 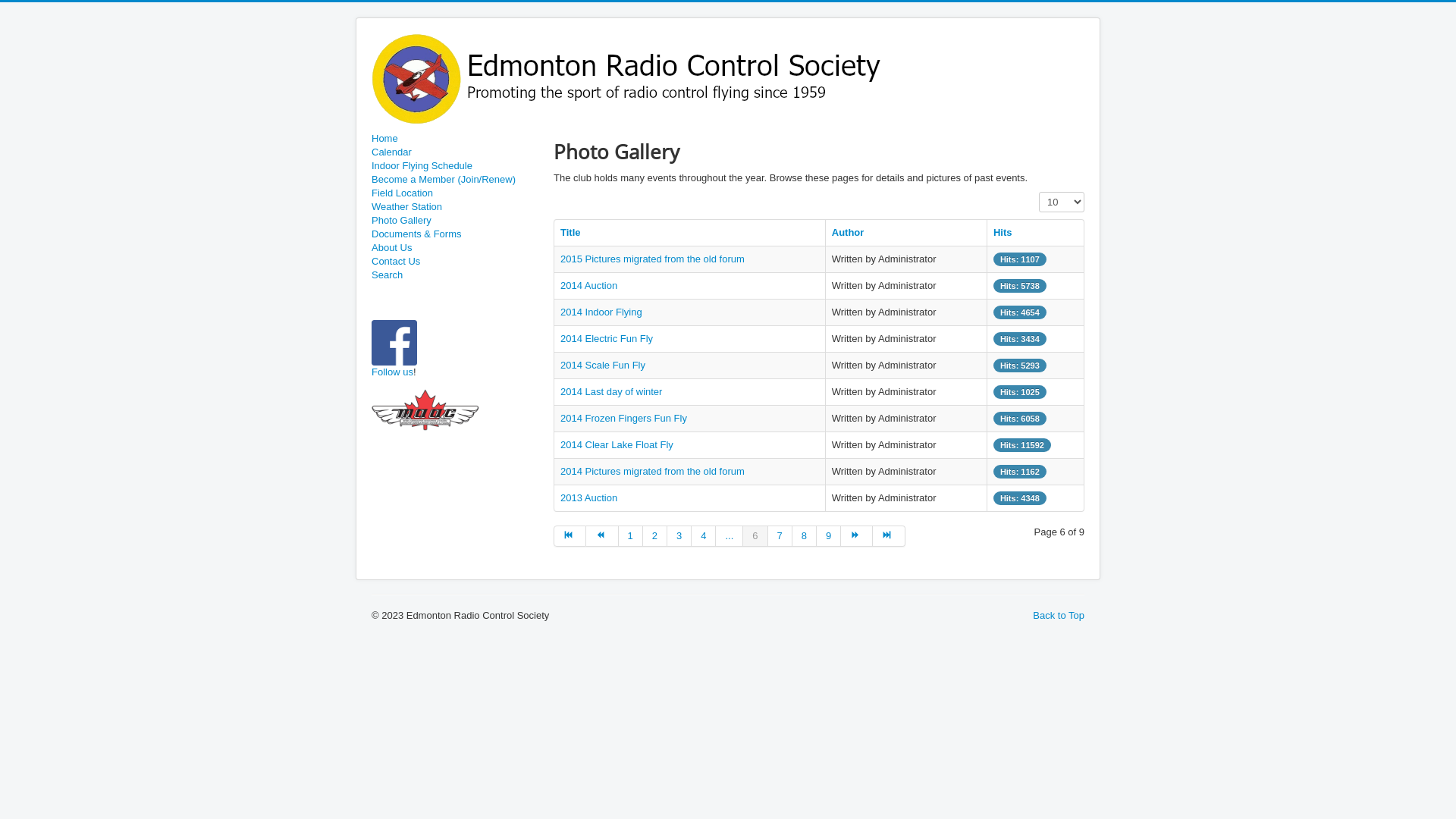 I want to click on '2014 Indoor Flying', so click(x=600, y=311).